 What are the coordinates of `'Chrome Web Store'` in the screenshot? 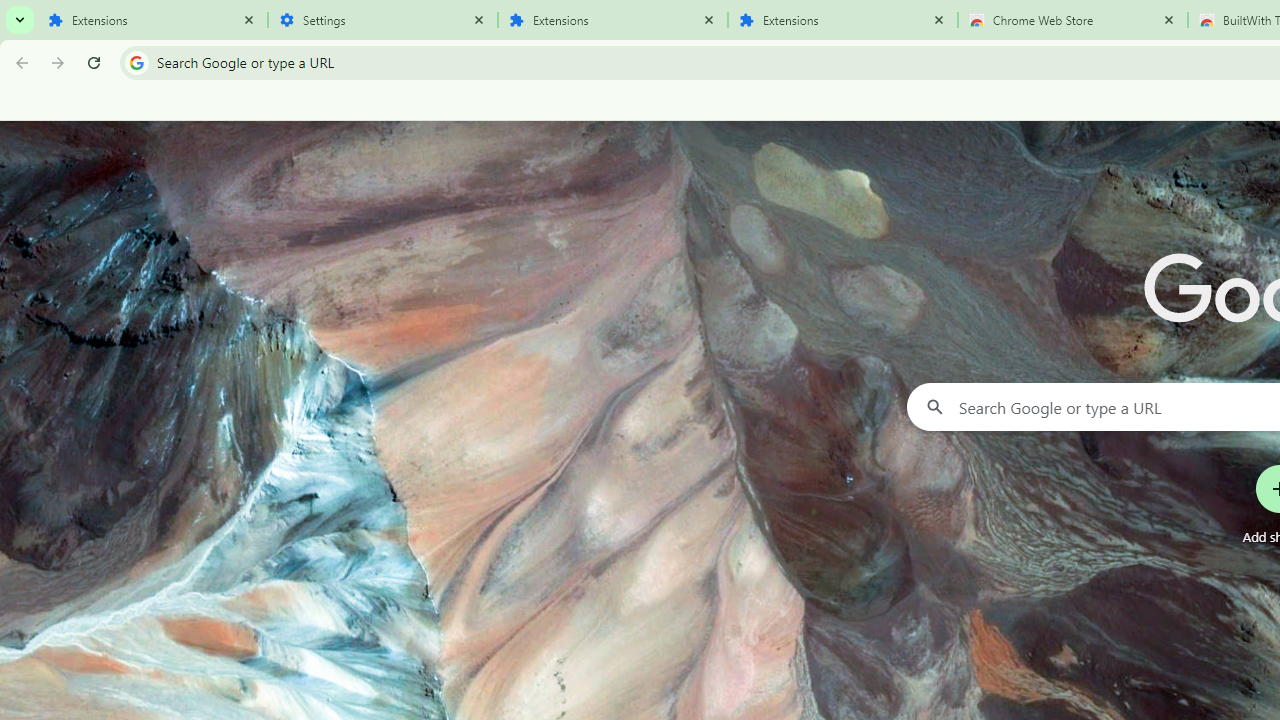 It's located at (1071, 20).